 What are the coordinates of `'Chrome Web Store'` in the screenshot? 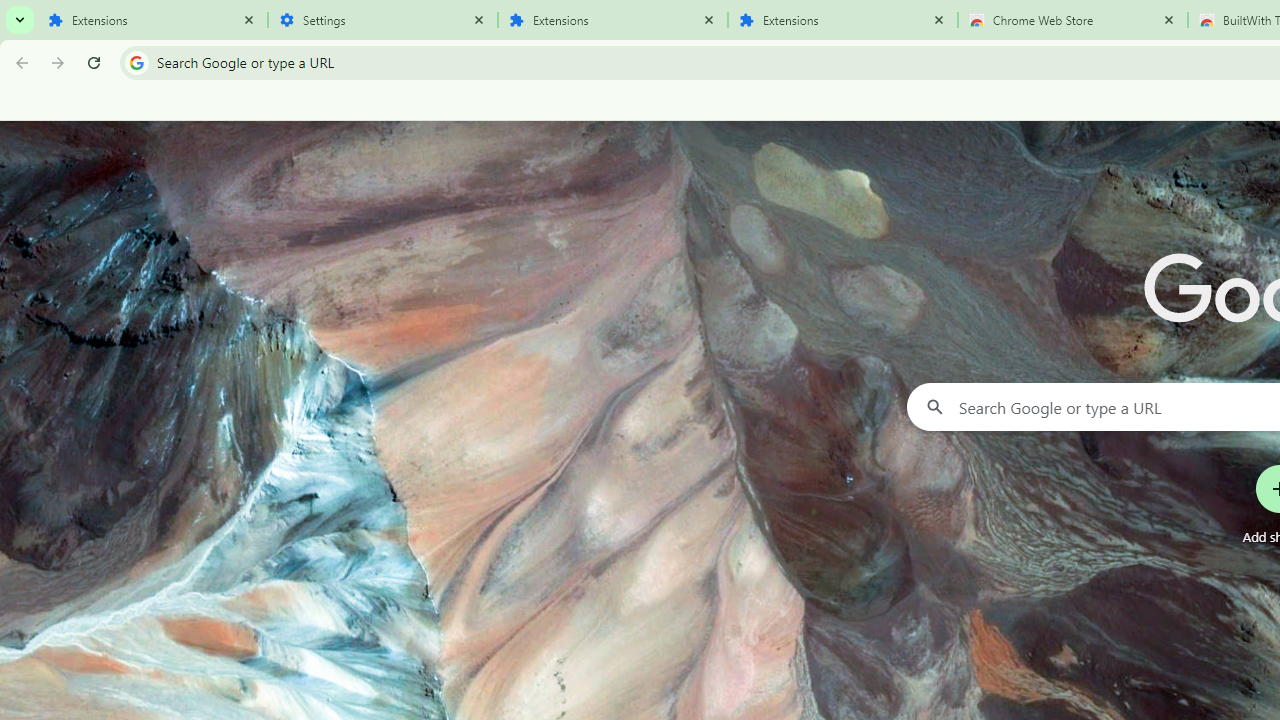 It's located at (1071, 20).